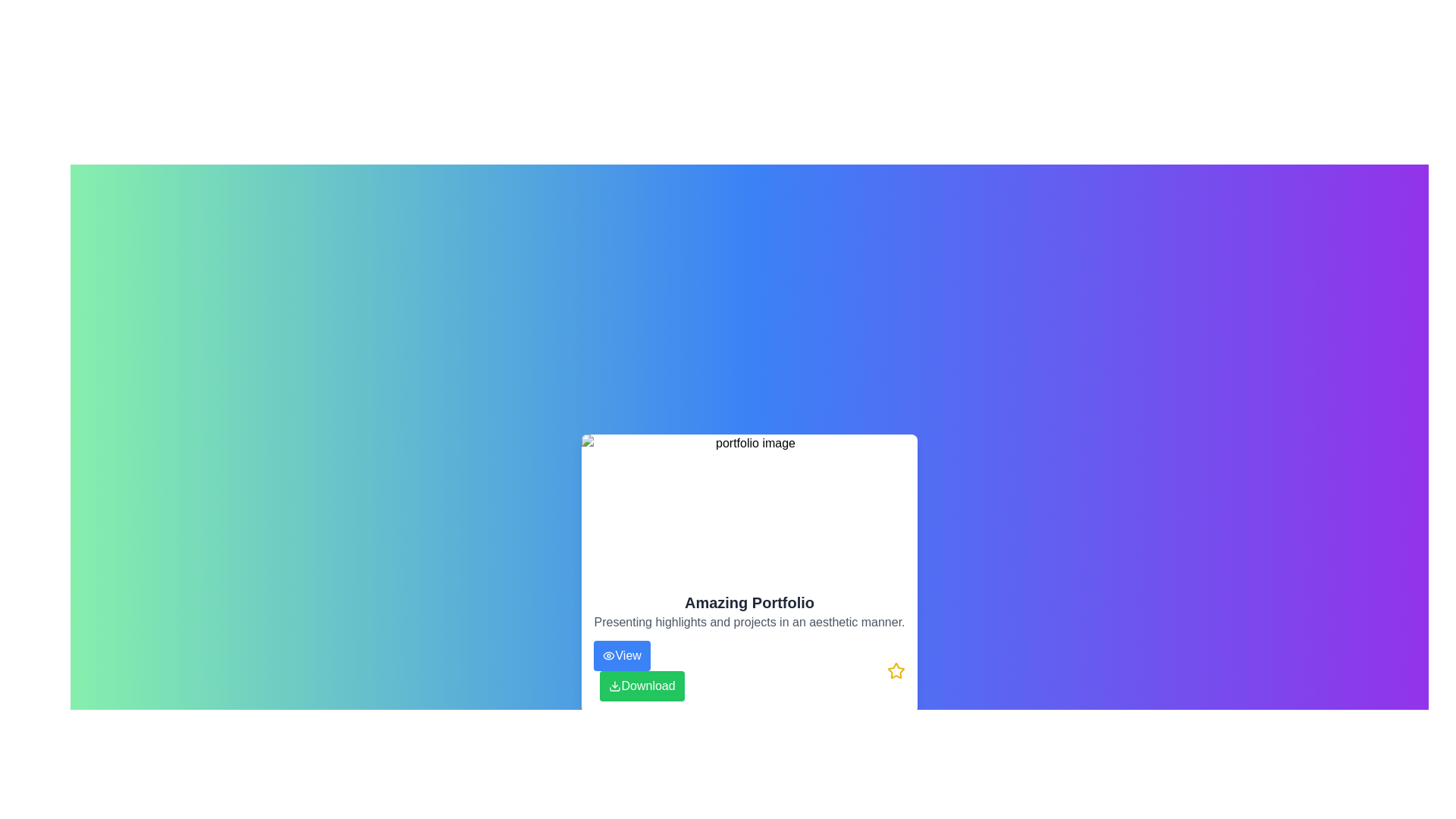 The height and width of the screenshot is (819, 1456). I want to click on the Text (Heading) element, which is located at the top of its card section and serves as the title for the section, so click(749, 601).